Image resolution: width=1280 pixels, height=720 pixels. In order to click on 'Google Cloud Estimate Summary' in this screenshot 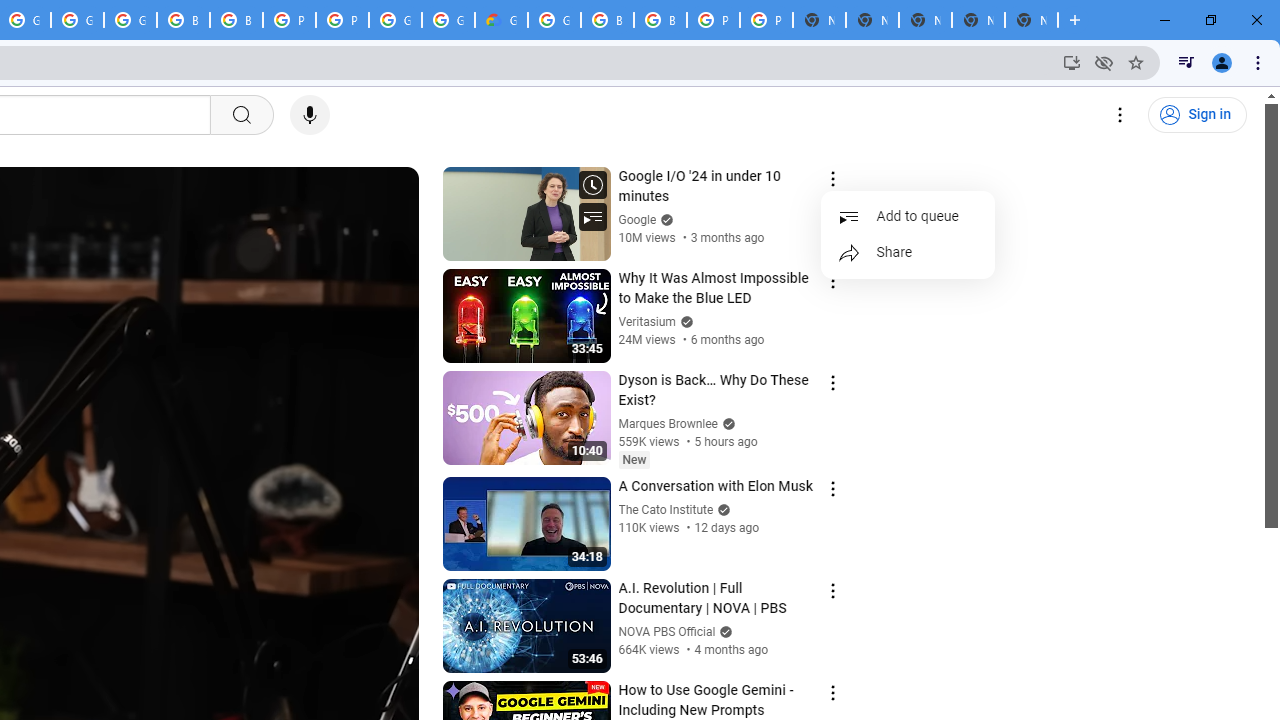, I will do `click(501, 20)`.